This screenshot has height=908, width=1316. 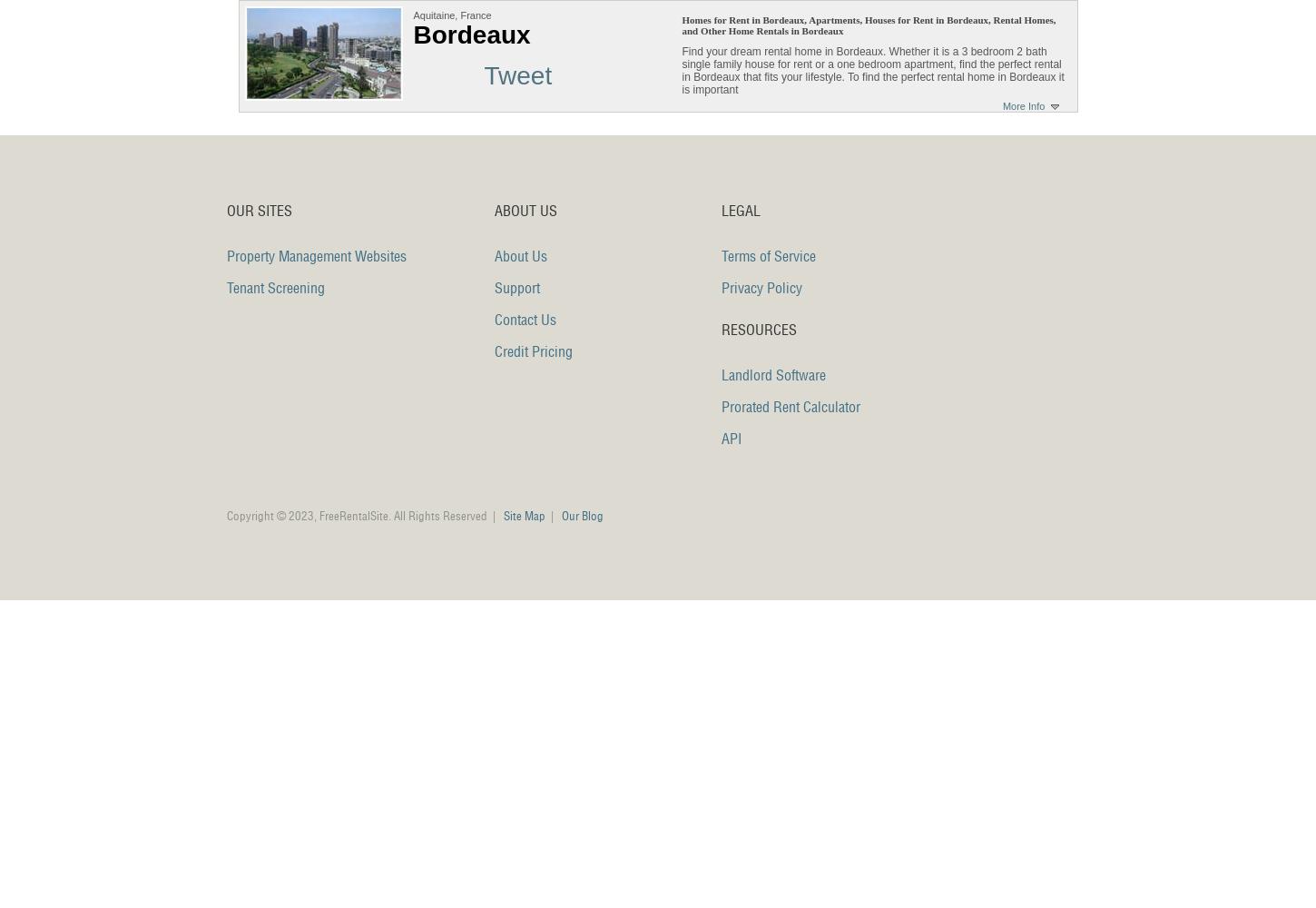 What do you see at coordinates (721, 256) in the screenshot?
I see `'Terms of Service'` at bounding box center [721, 256].